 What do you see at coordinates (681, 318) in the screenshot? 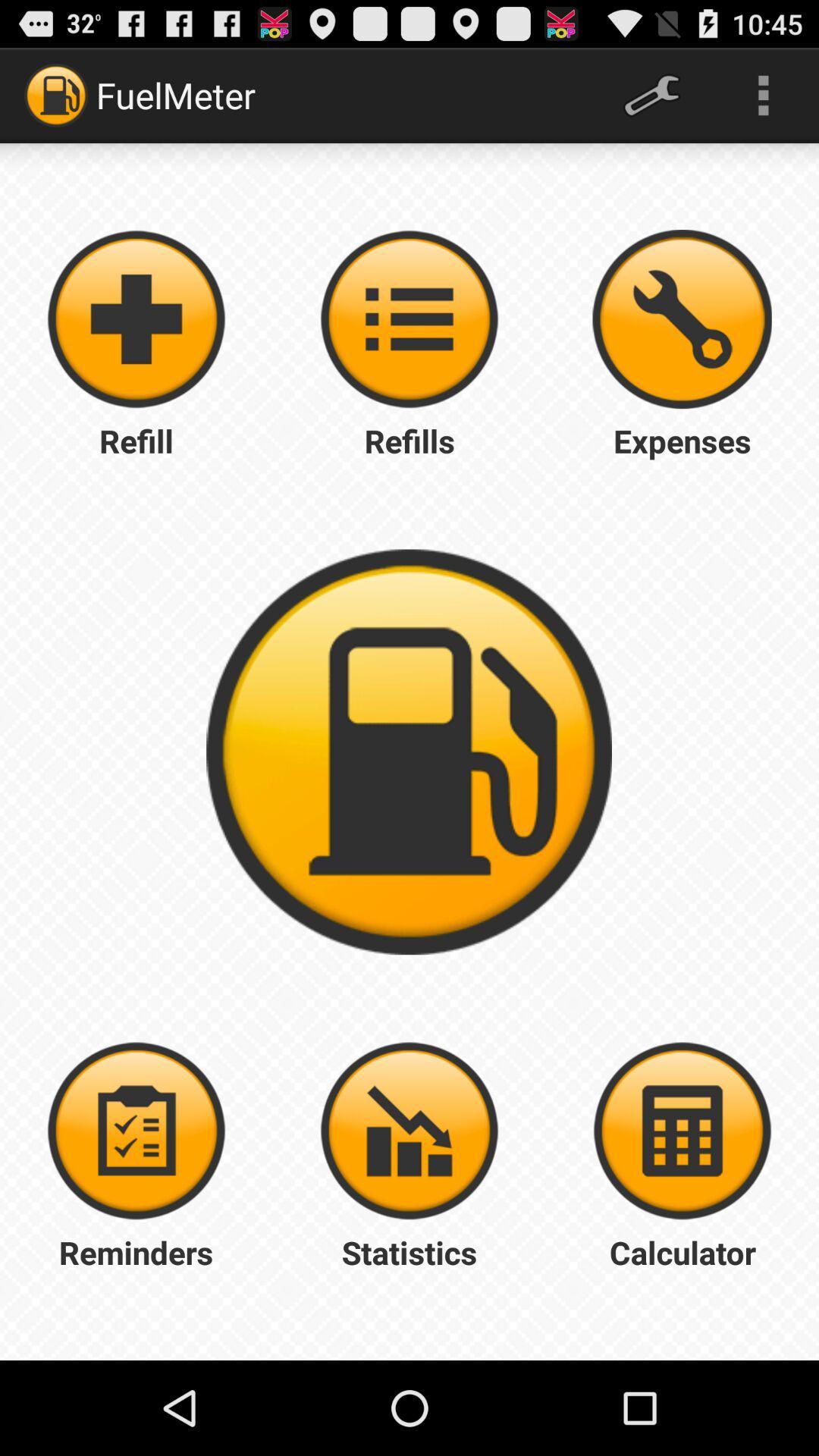
I see `check my expenses` at bounding box center [681, 318].